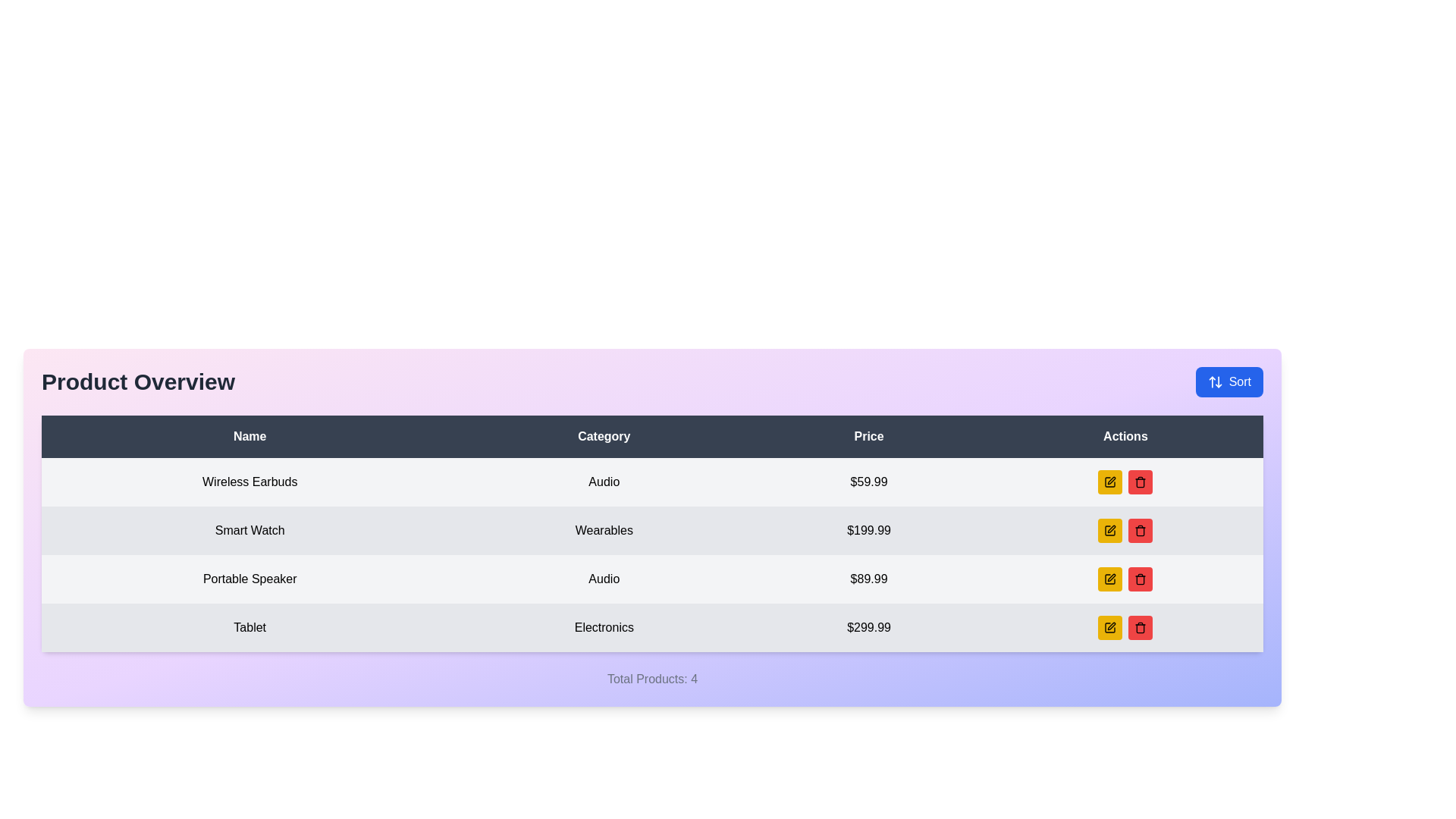 Image resolution: width=1456 pixels, height=819 pixels. Describe the element at coordinates (1112, 480) in the screenshot. I see `the edit icon button in the 'Actions' column of the table for the 'Tablet' item` at that location.